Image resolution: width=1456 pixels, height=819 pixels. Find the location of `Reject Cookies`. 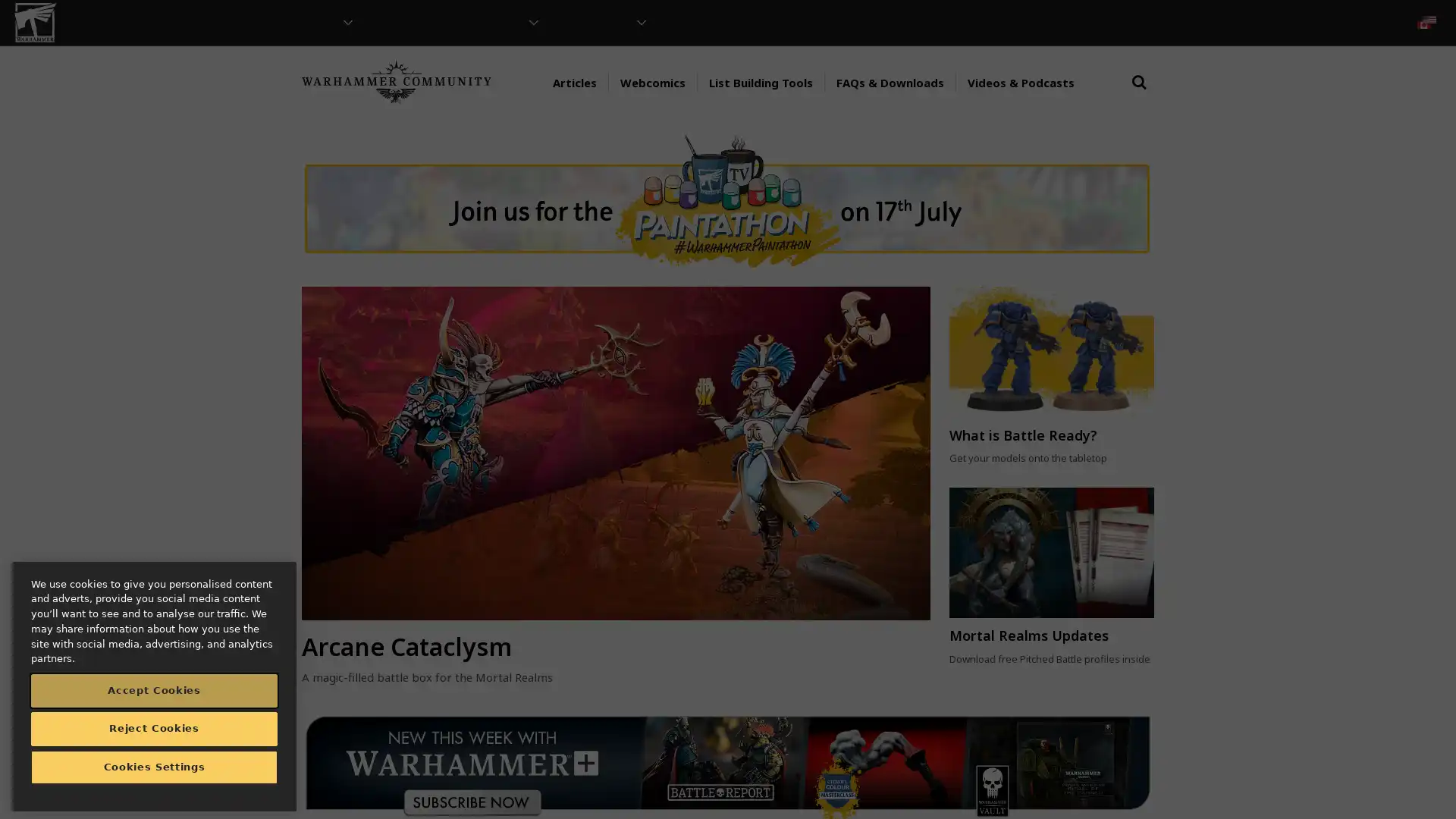

Reject Cookies is located at coordinates (154, 727).